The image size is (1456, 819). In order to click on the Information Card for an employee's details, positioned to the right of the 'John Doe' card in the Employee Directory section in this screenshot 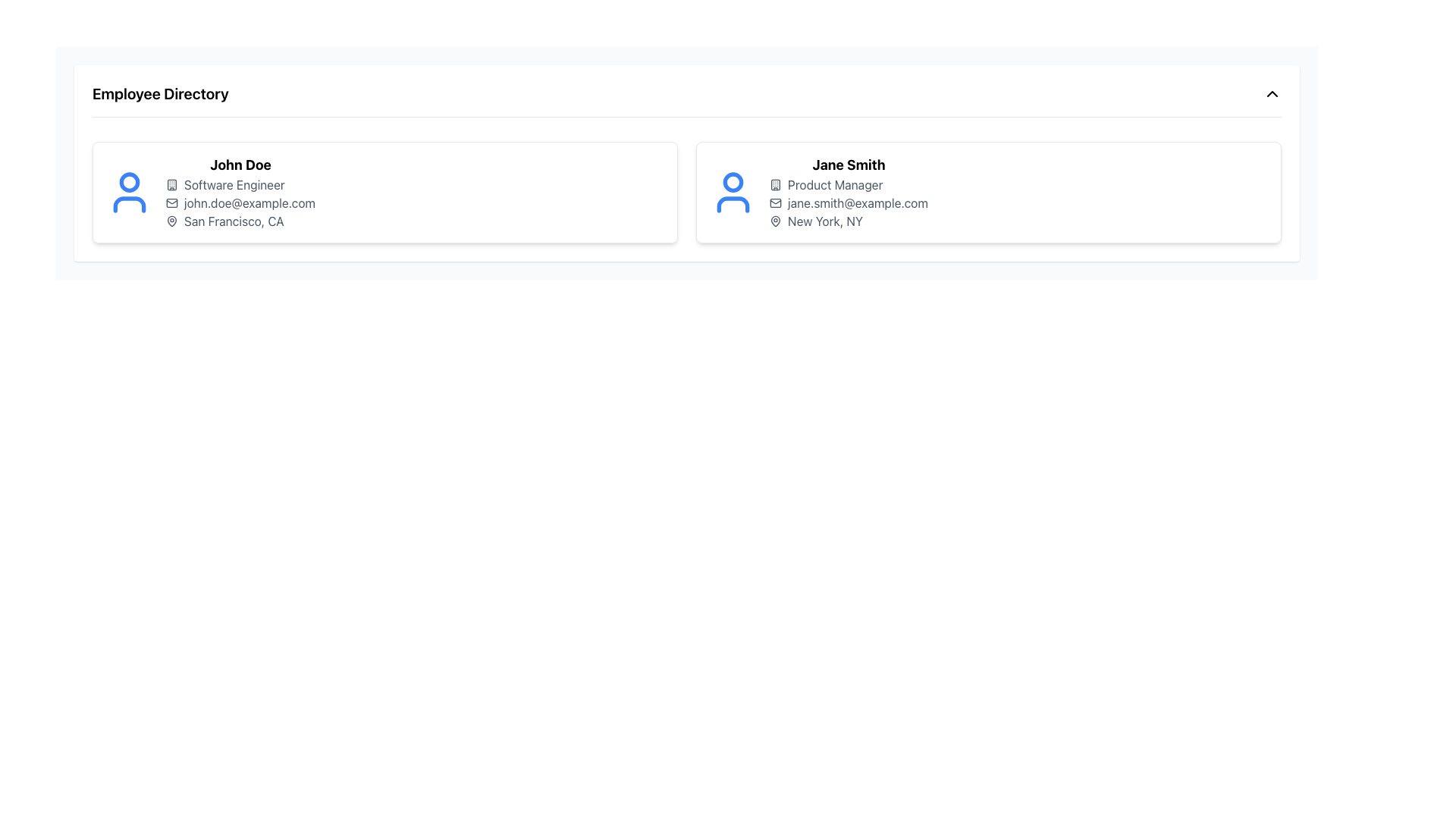, I will do `click(989, 192)`.